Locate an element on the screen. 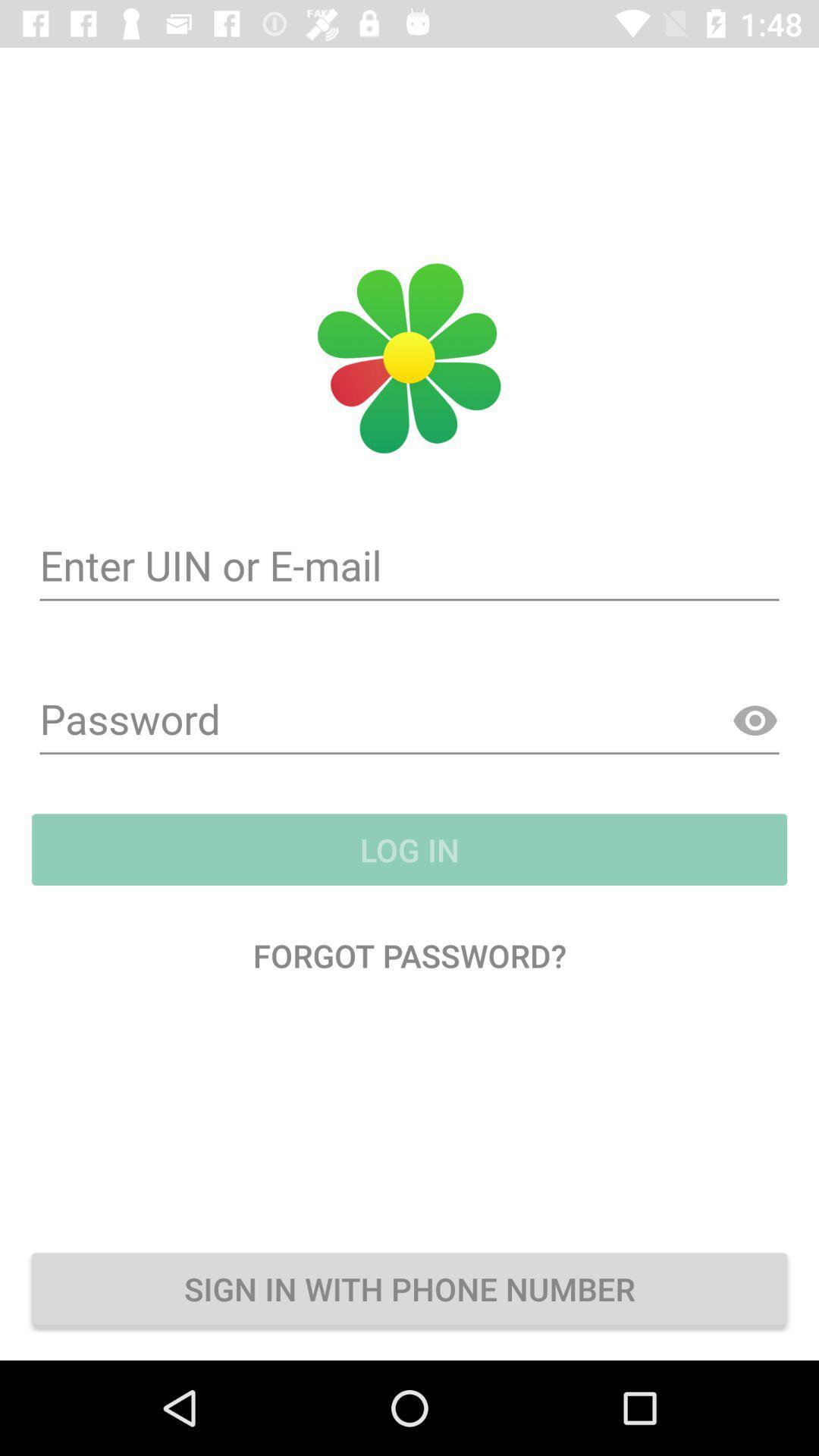  item below log in icon is located at coordinates (409, 954).